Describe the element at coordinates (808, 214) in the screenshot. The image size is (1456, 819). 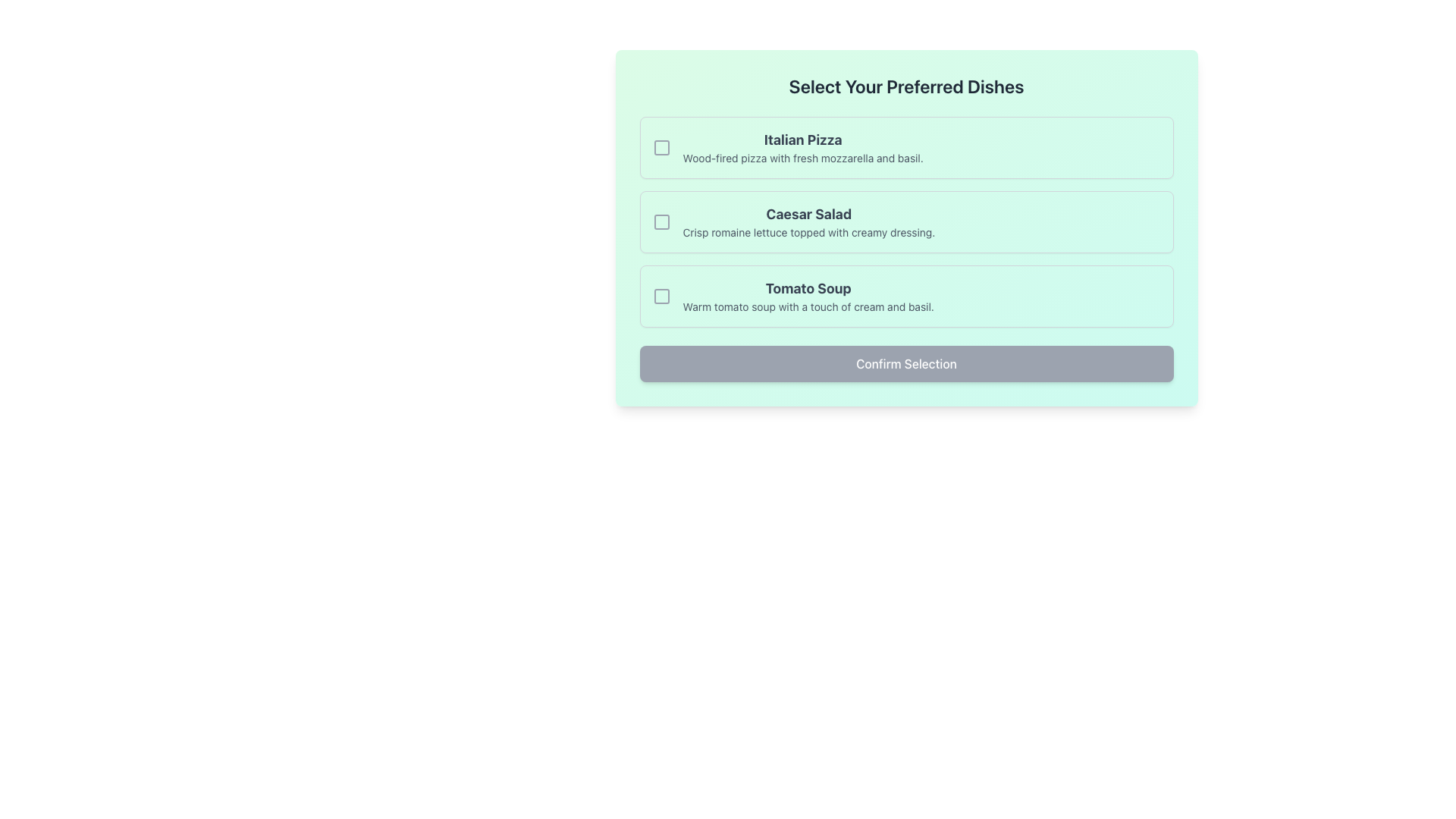
I see `the 'Caesar Salad' text label in the menu list, which serves as the title for the dish and is positioned between 'Italian Pizza' and 'Tomato Soup'` at that location.